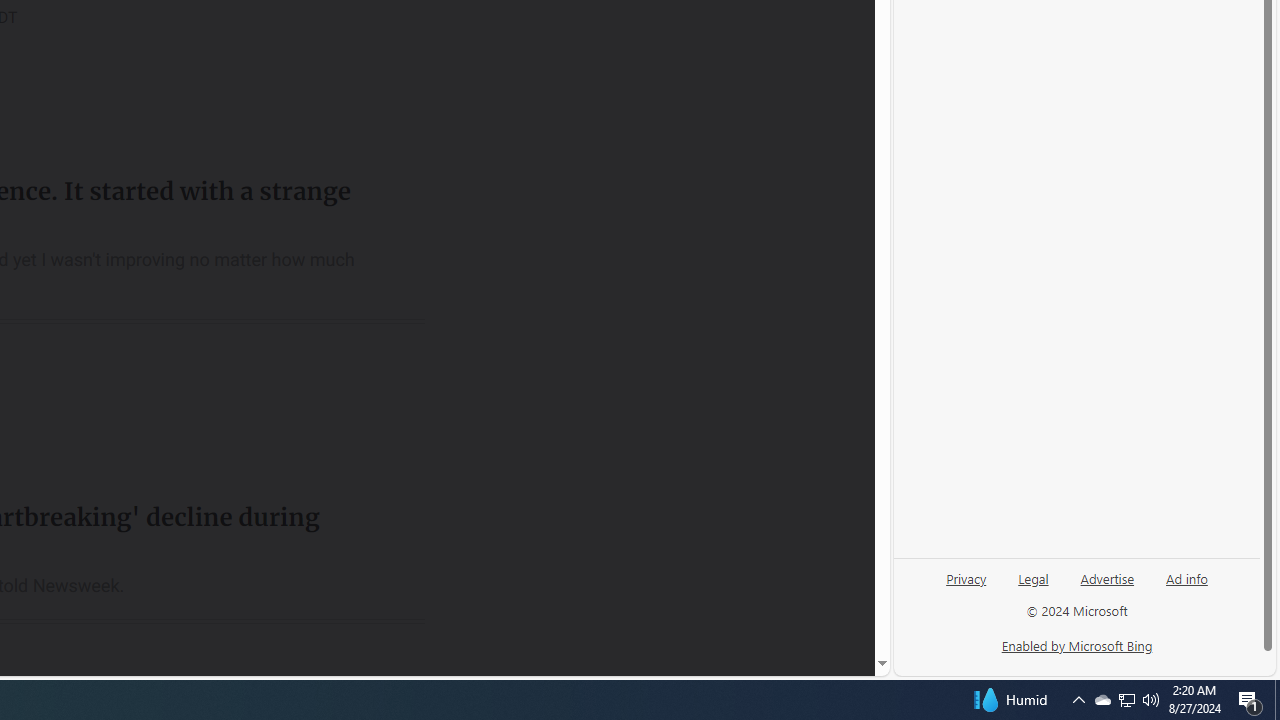 The height and width of the screenshot is (720, 1280). Describe the element at coordinates (967, 585) in the screenshot. I see `'Privacy'` at that location.